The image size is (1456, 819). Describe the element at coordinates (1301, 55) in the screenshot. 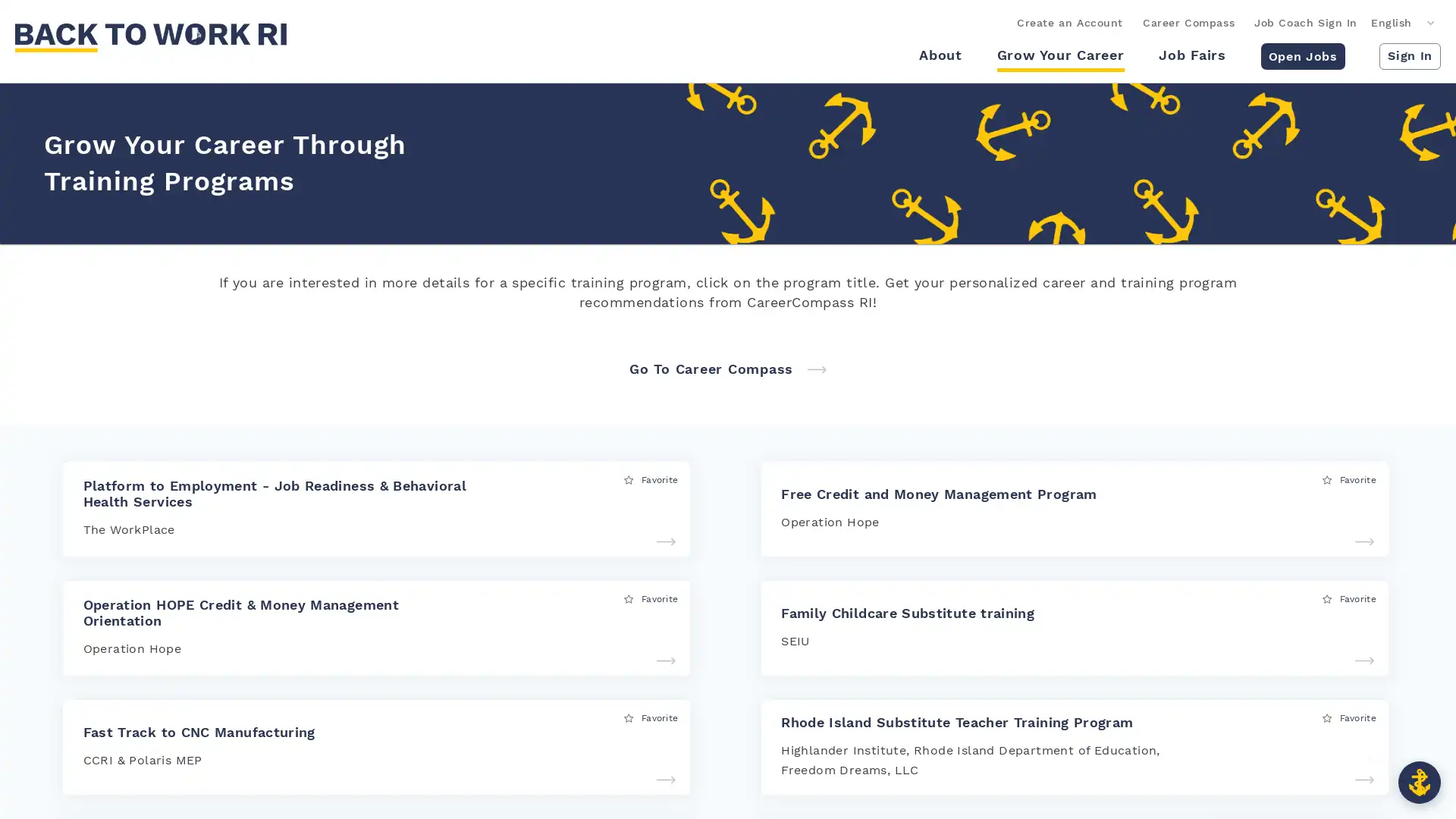

I see `Open Jobs` at that location.